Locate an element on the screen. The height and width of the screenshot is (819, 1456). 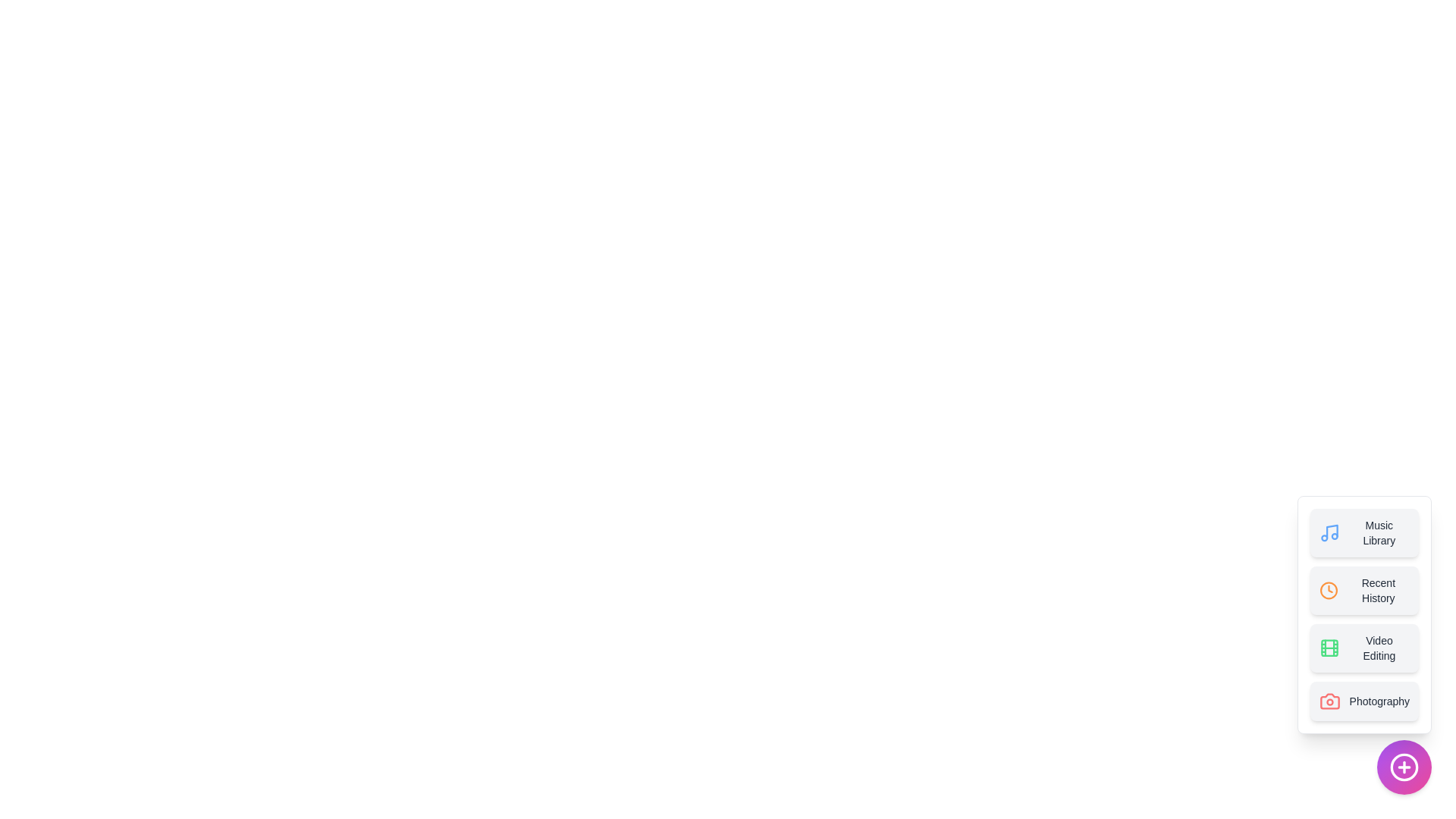
the Photography option is located at coordinates (1364, 701).